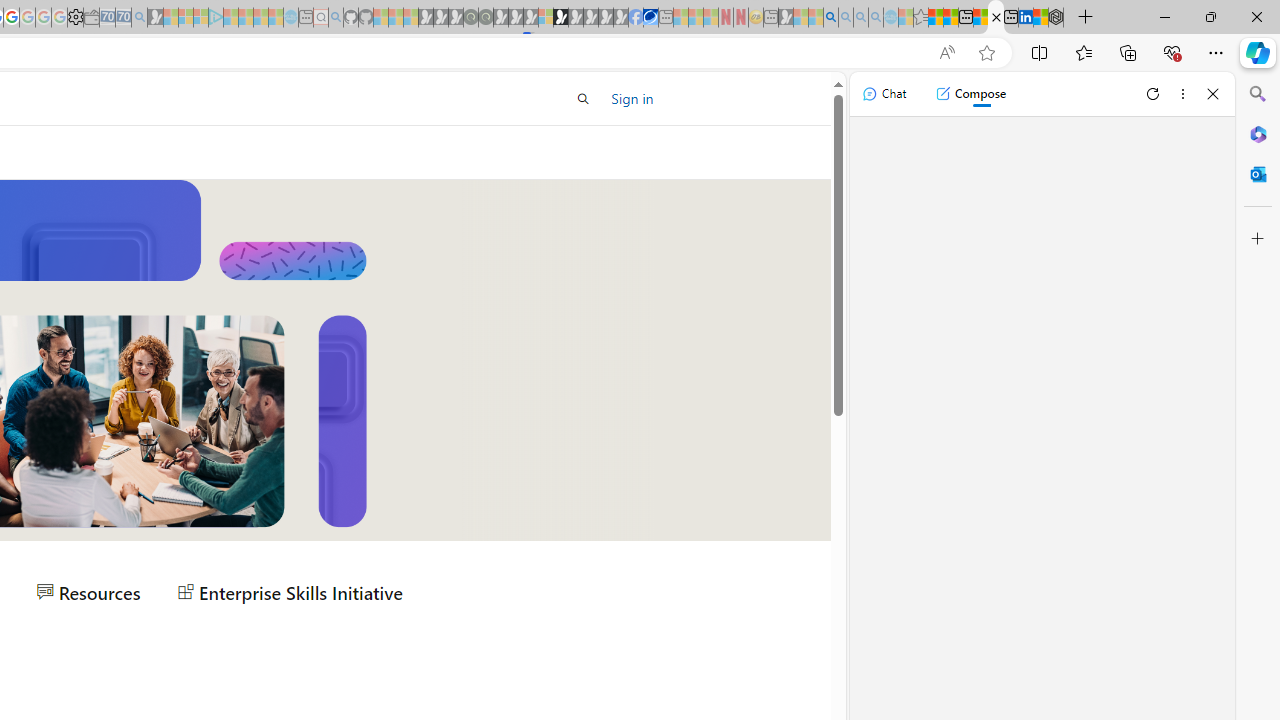 The image size is (1280, 720). Describe the element at coordinates (634, 17) in the screenshot. I see `'Nordace | Facebook - Sleeping'` at that location.